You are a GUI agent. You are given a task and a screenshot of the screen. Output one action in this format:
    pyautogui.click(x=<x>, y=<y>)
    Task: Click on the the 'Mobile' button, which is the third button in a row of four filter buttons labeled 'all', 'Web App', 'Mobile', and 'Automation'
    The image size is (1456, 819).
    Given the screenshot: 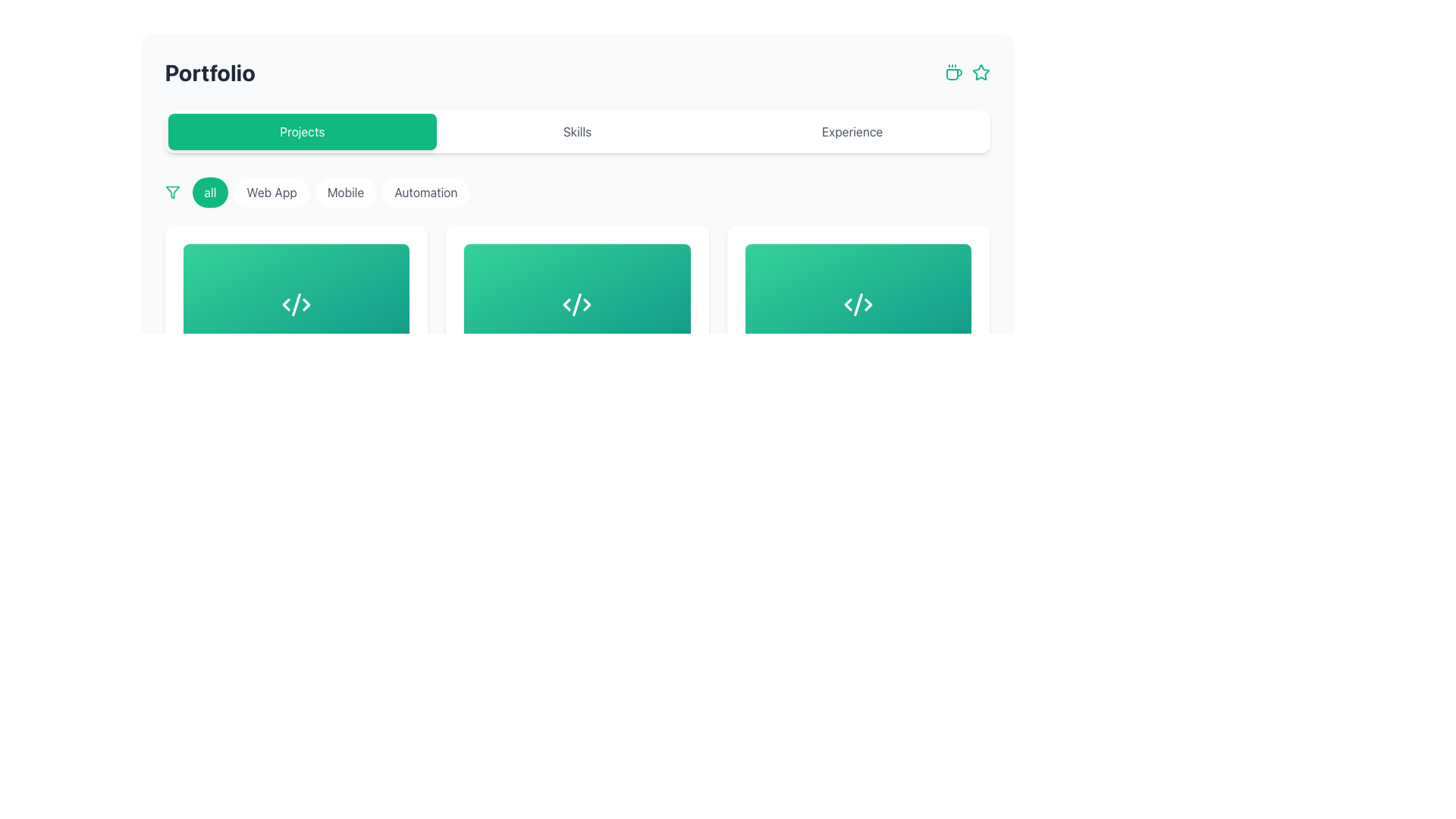 What is the action you would take?
    pyautogui.click(x=330, y=192)
    